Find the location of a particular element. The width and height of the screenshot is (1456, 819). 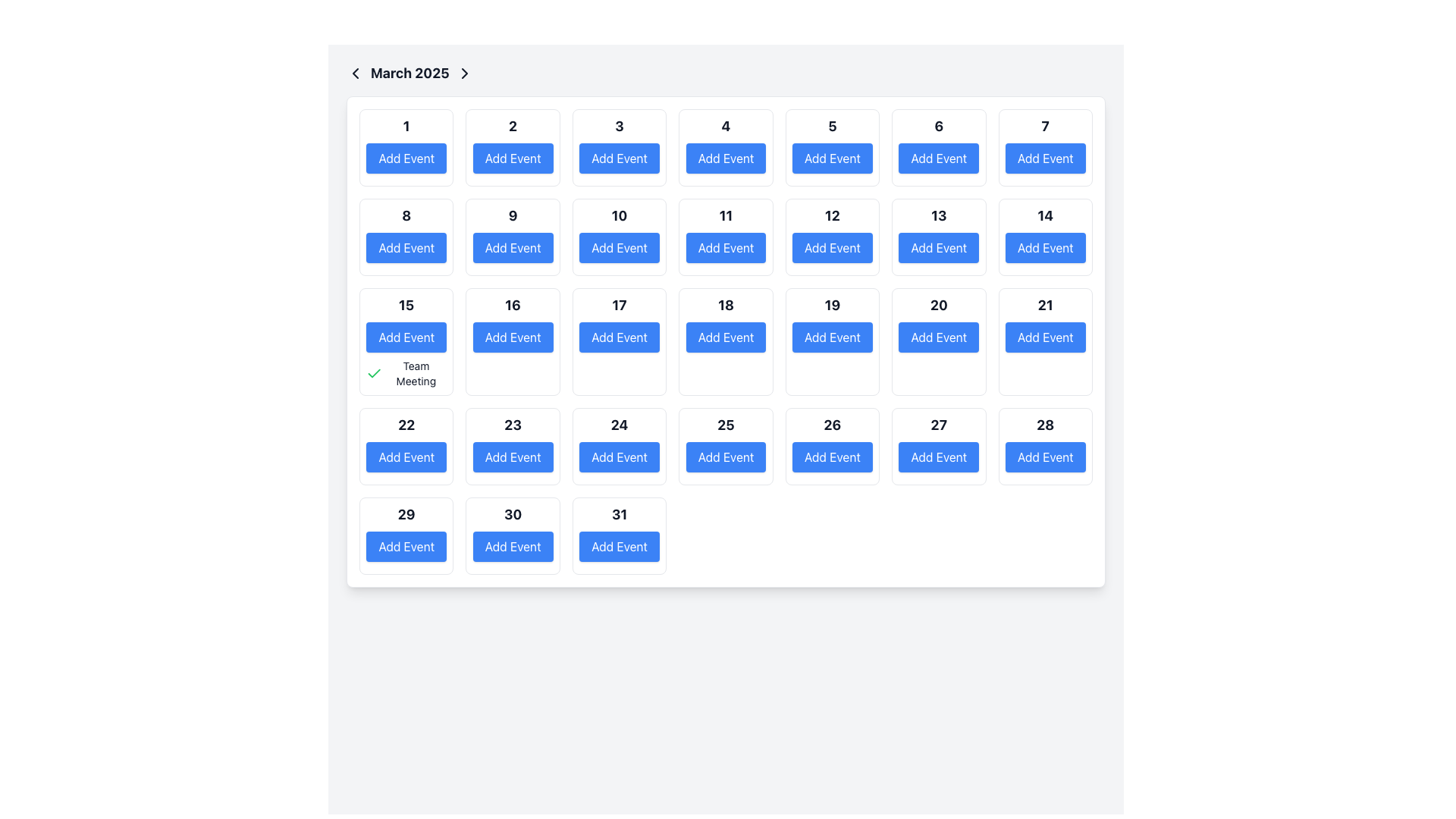

the rectangular button labeled 'Add Event' with a bold blue background to change its color is located at coordinates (938, 247).